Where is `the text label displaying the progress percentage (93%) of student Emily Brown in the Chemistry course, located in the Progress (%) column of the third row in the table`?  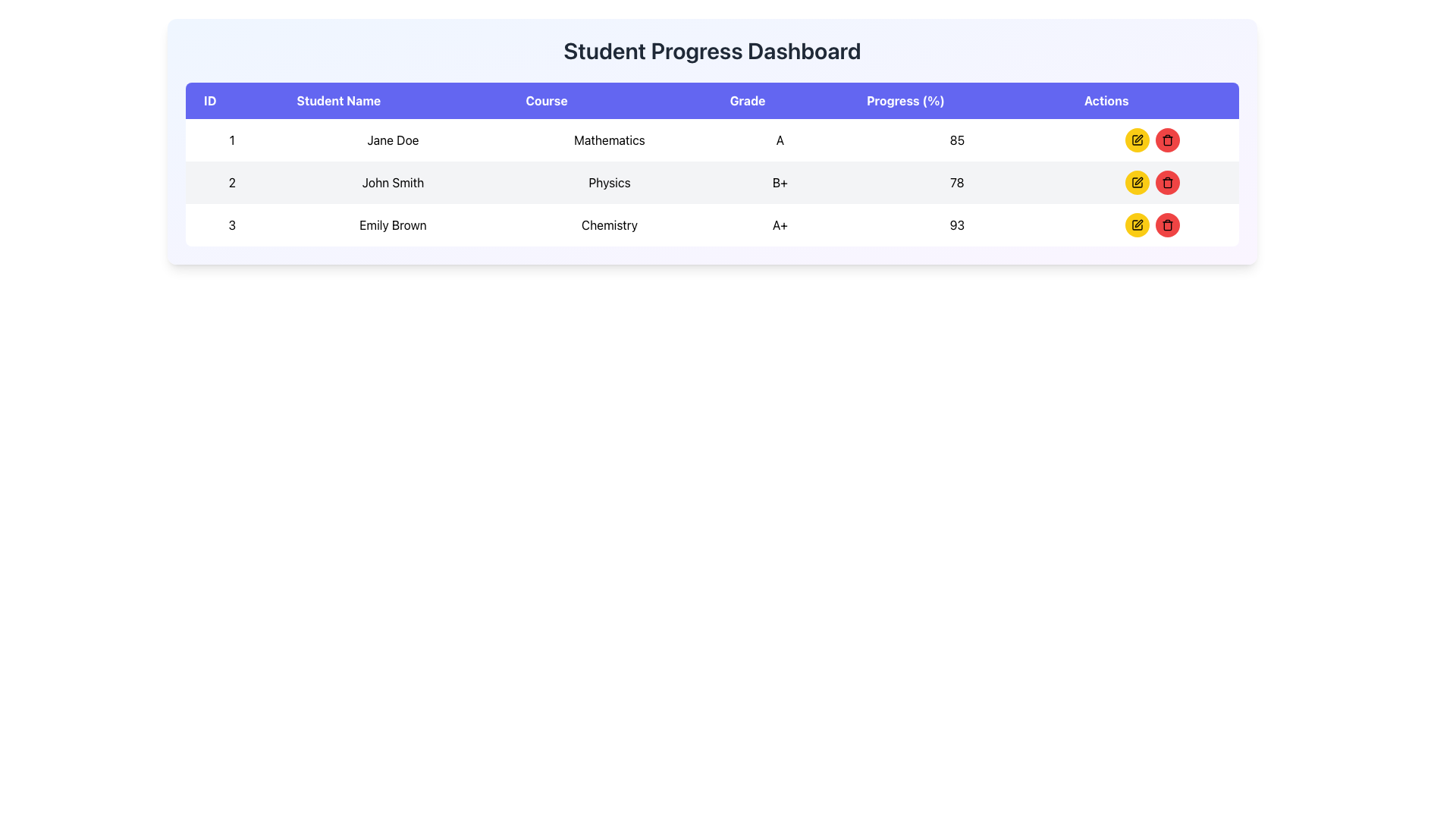 the text label displaying the progress percentage (93%) of student Emily Brown in the Chemistry course, located in the Progress (%) column of the third row in the table is located at coordinates (956, 225).